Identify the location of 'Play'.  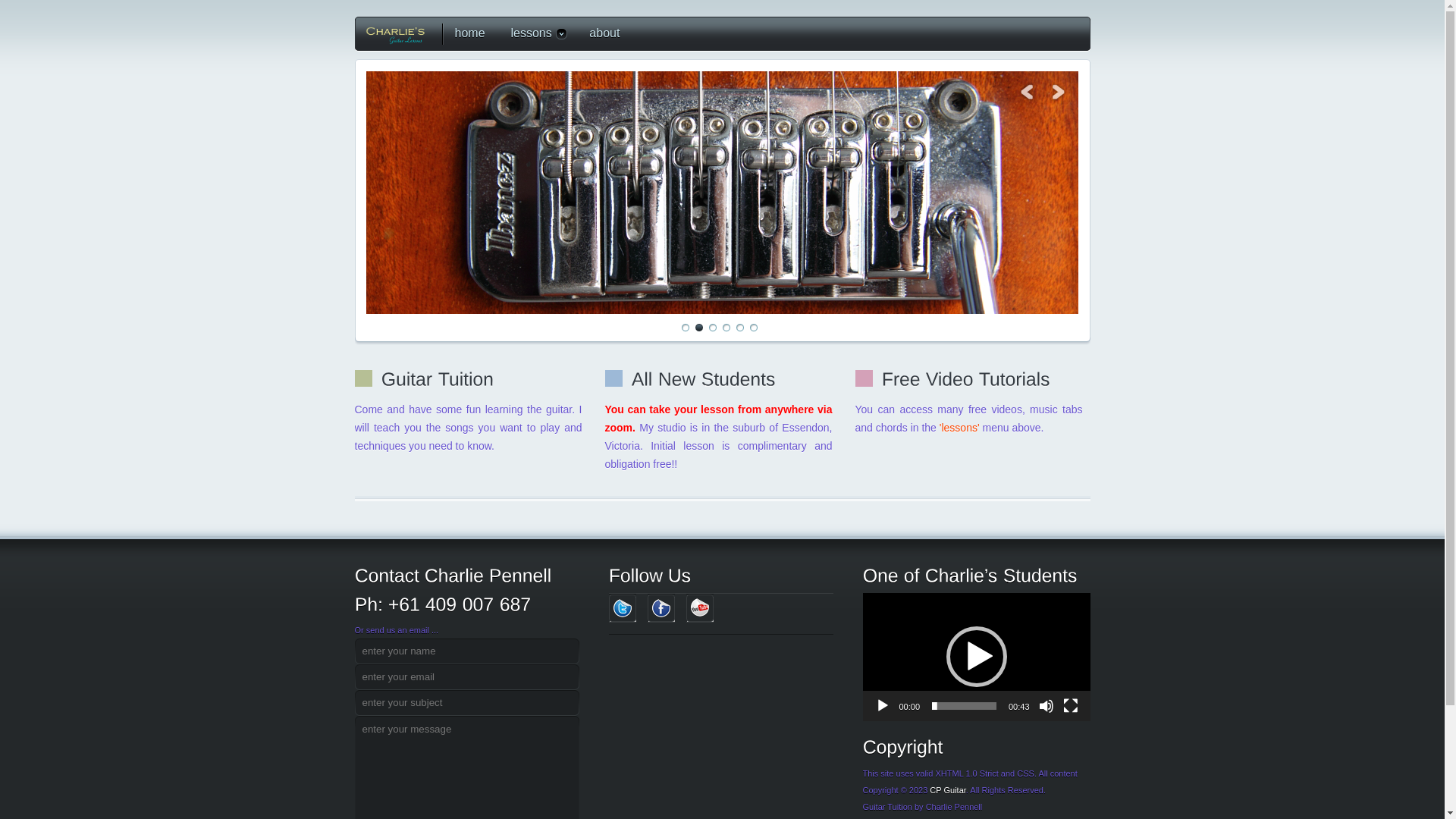
(882, 705).